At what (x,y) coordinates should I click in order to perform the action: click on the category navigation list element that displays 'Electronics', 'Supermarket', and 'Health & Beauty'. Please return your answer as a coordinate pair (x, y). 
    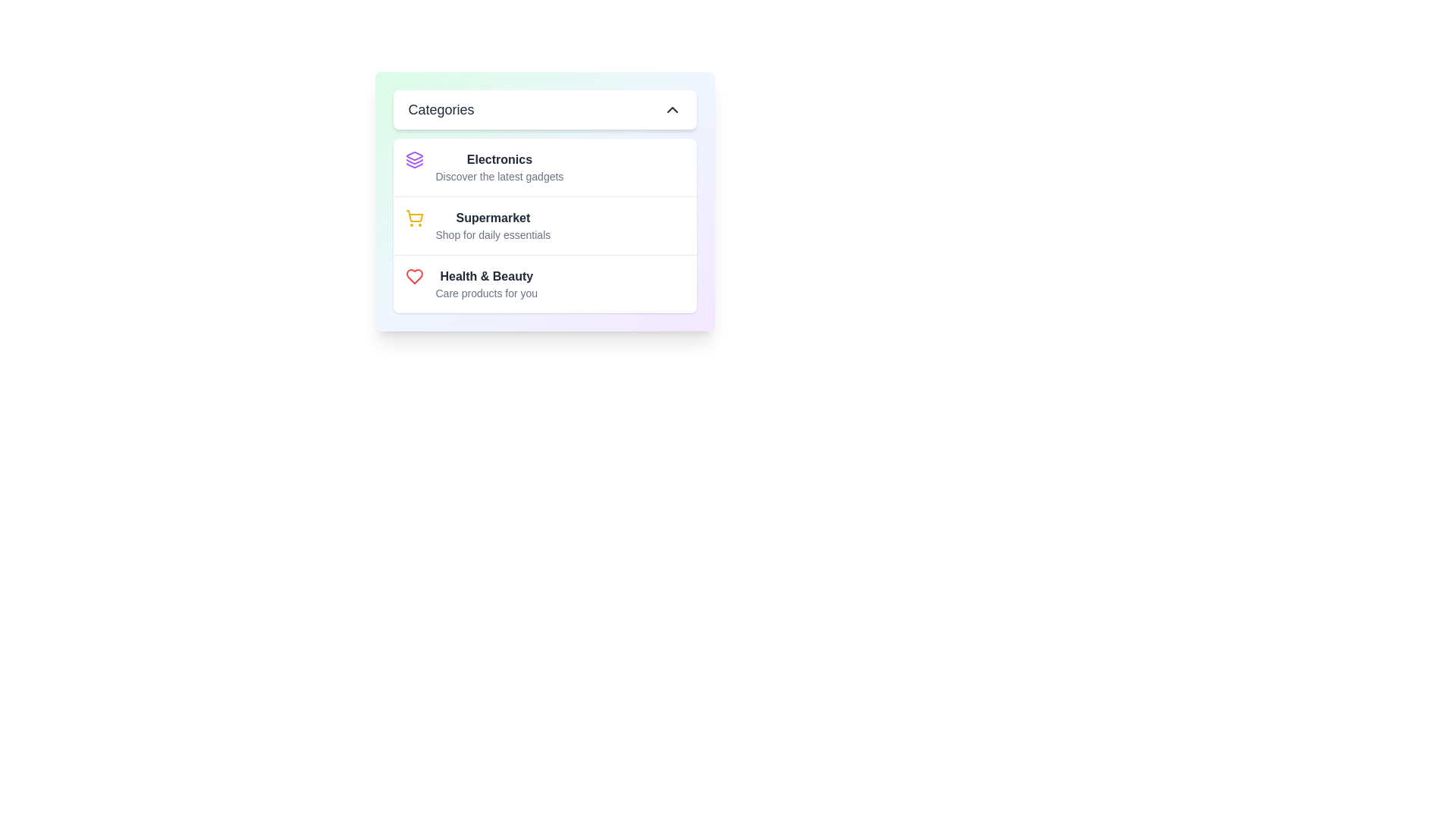
    Looking at the image, I should click on (544, 201).